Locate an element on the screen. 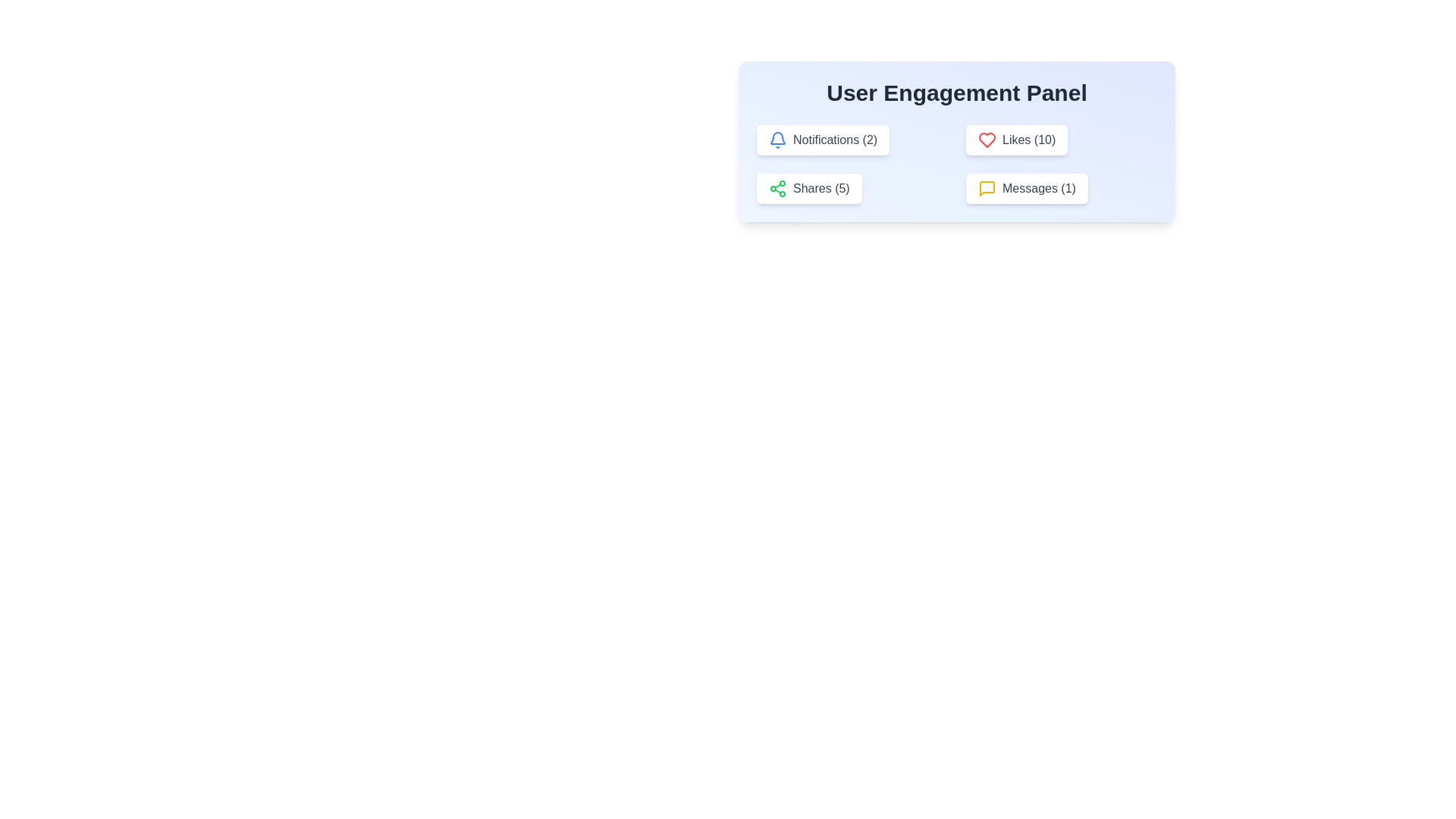 This screenshot has height=819, width=1456. text content of the 'Notifications (2)' label located in the User Engagement Panel, which is positioned to the right of the blue bell icon is located at coordinates (834, 140).